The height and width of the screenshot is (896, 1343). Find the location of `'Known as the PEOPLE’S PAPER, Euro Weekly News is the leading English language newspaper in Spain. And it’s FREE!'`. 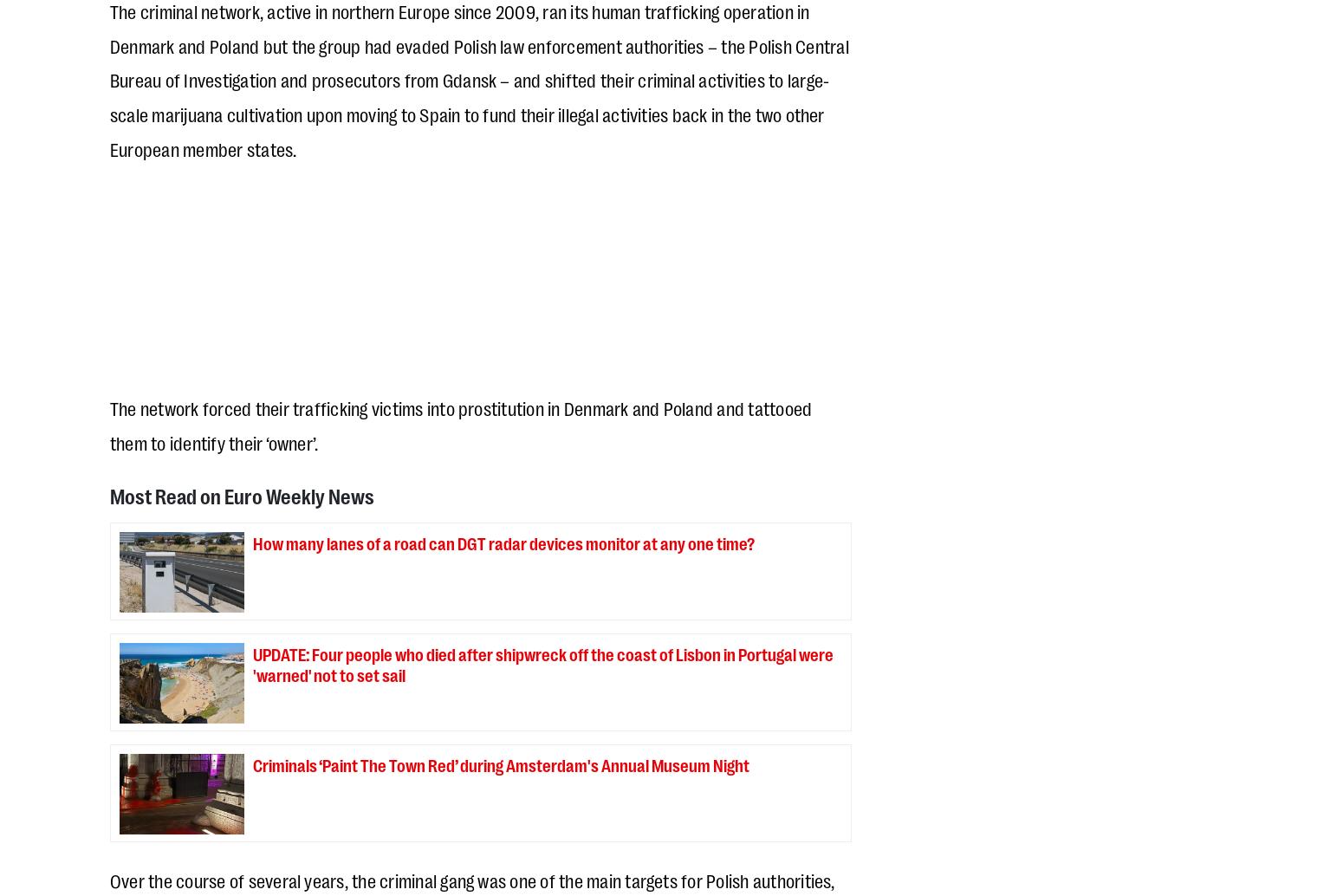

'Known as the PEOPLE’S PAPER, Euro Weekly News is the leading English language newspaper in Spain. And it’s FREE!' is located at coordinates (416, 414).